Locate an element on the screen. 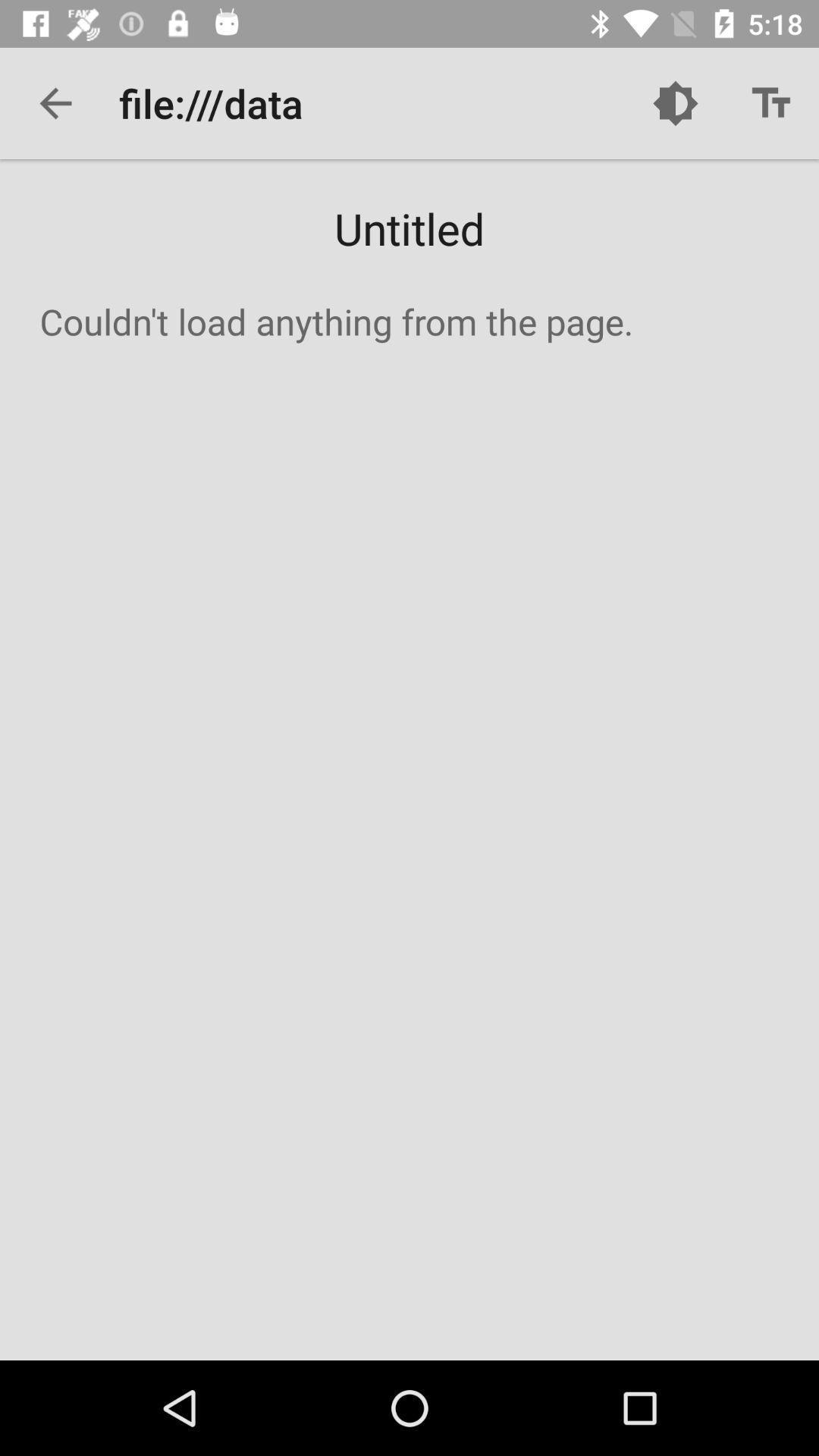 This screenshot has height=1456, width=819. item above untitled item is located at coordinates (55, 102).